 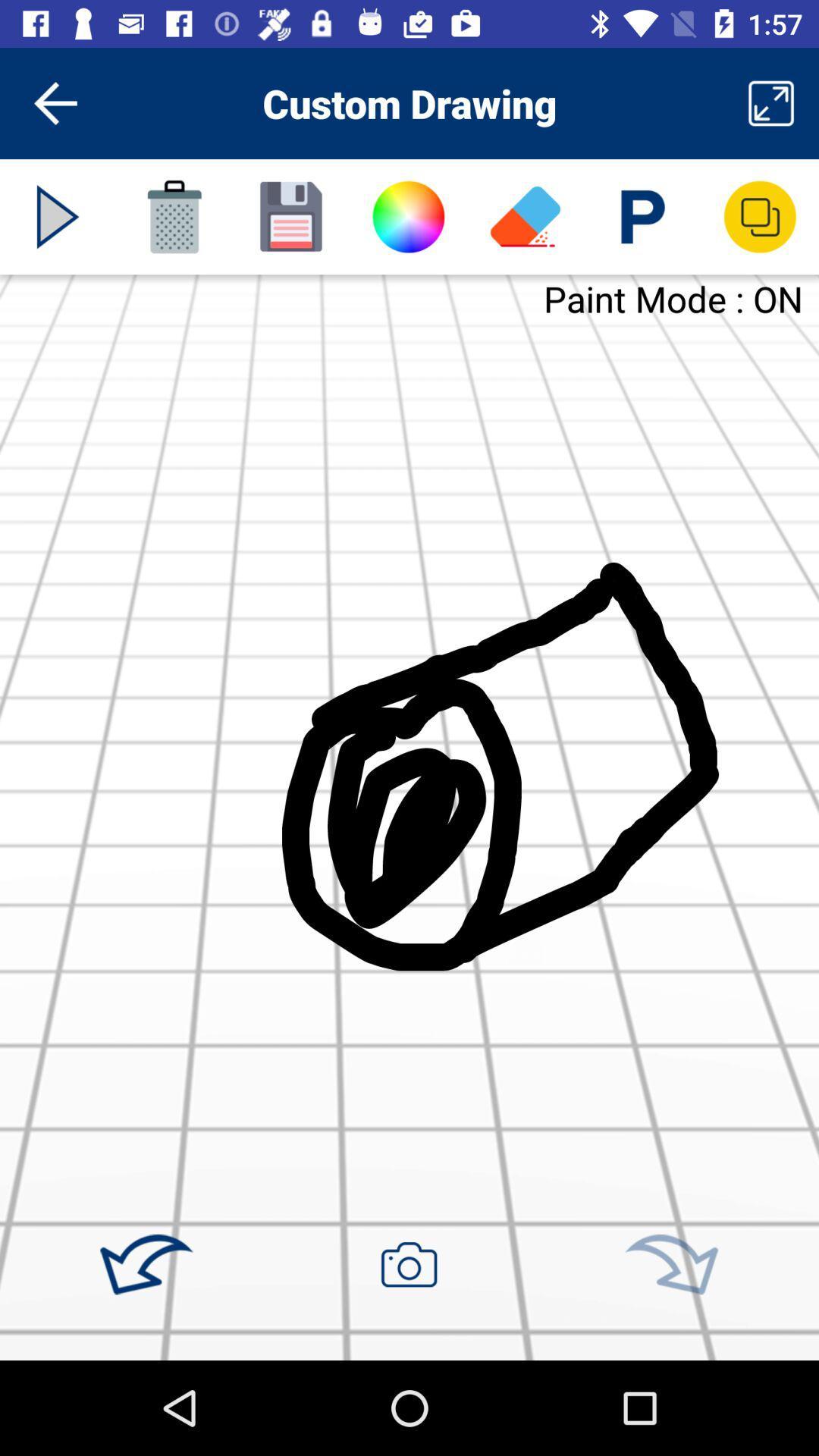 What do you see at coordinates (291, 216) in the screenshot?
I see `drawing` at bounding box center [291, 216].